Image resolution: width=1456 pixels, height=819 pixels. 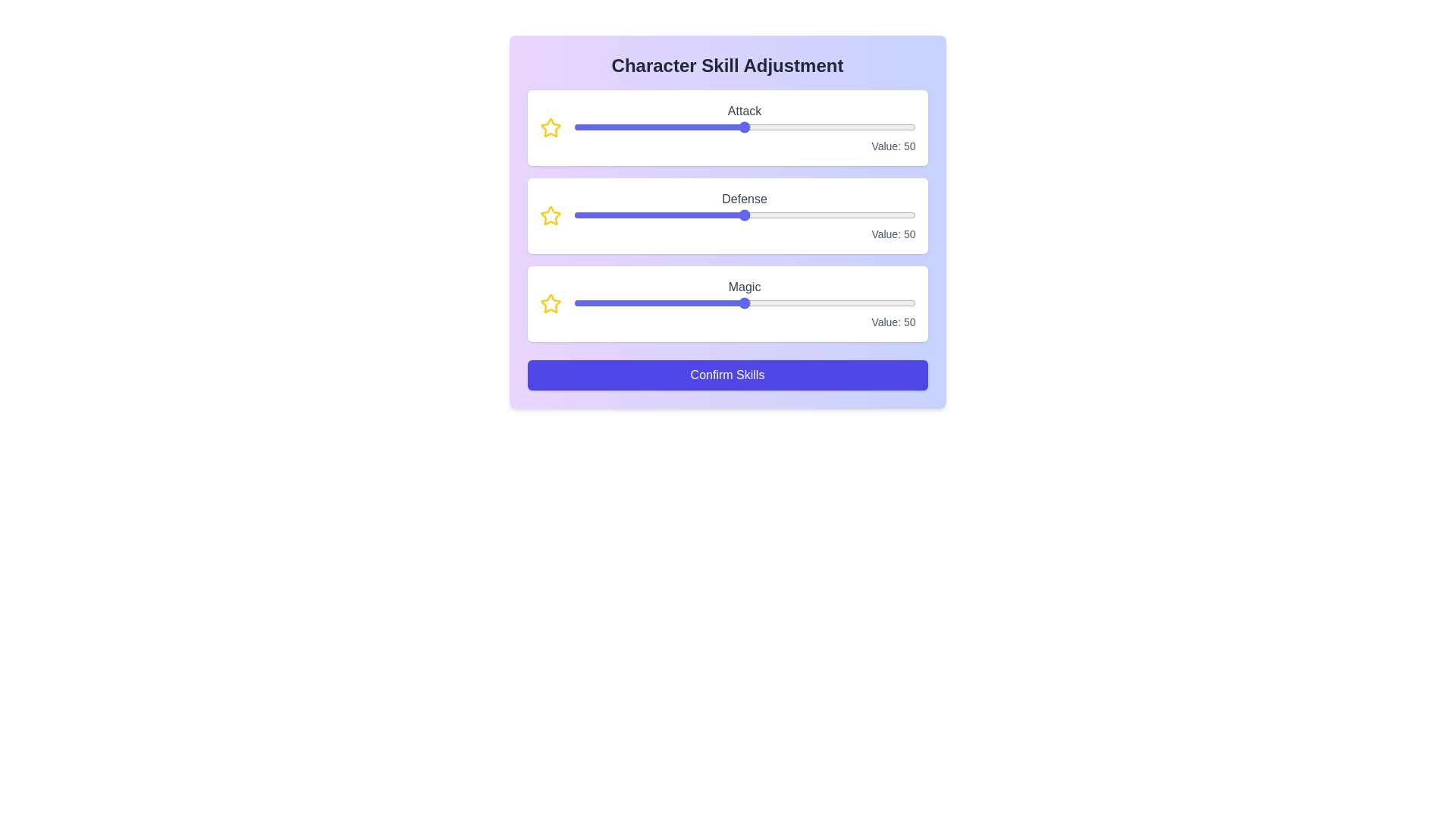 I want to click on the 'Confirm Skills' button to finalize the skill settings, so click(x=726, y=375).